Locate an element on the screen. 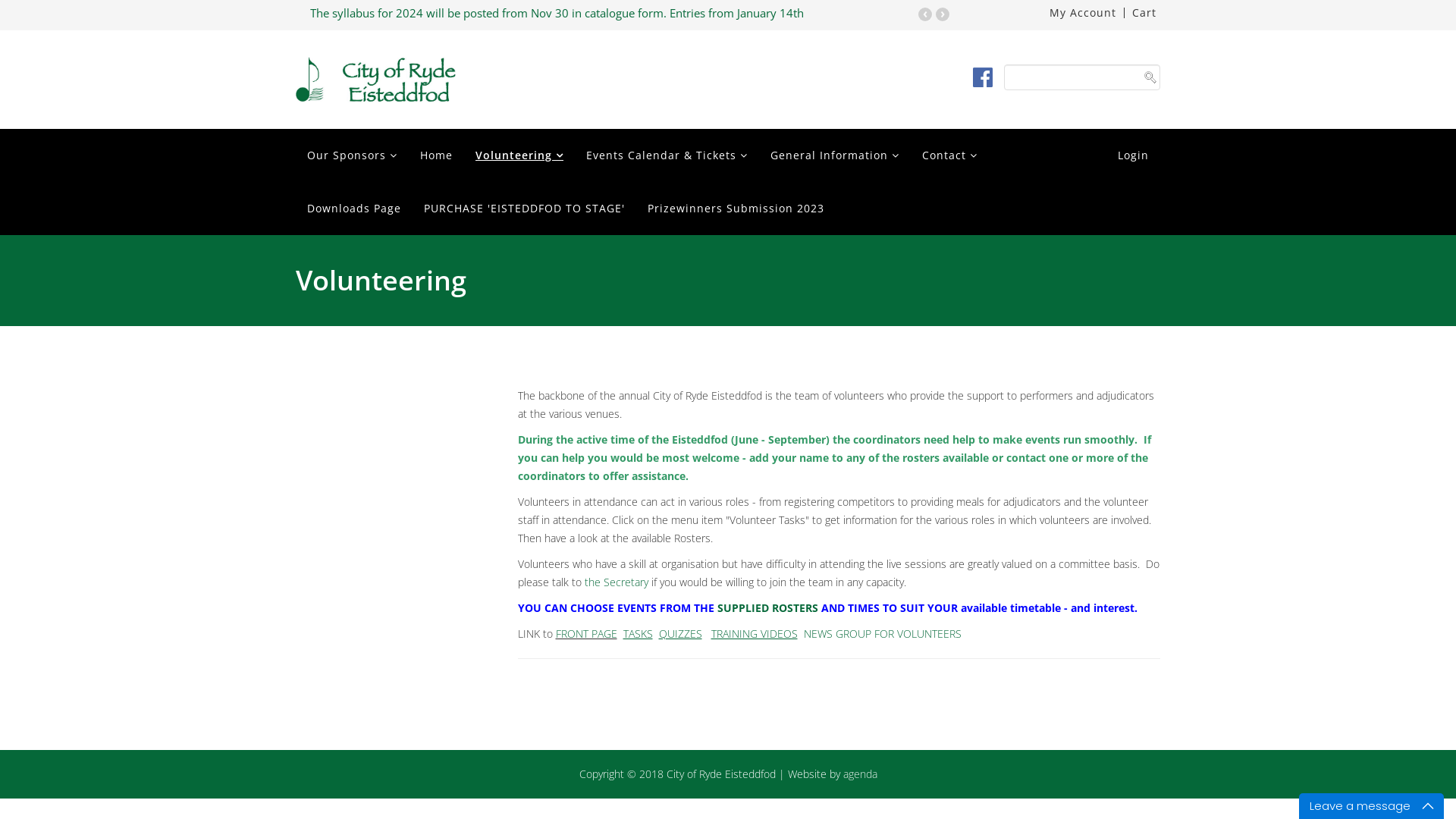 This screenshot has width=1456, height=819. 'TASKS' is located at coordinates (636, 633).